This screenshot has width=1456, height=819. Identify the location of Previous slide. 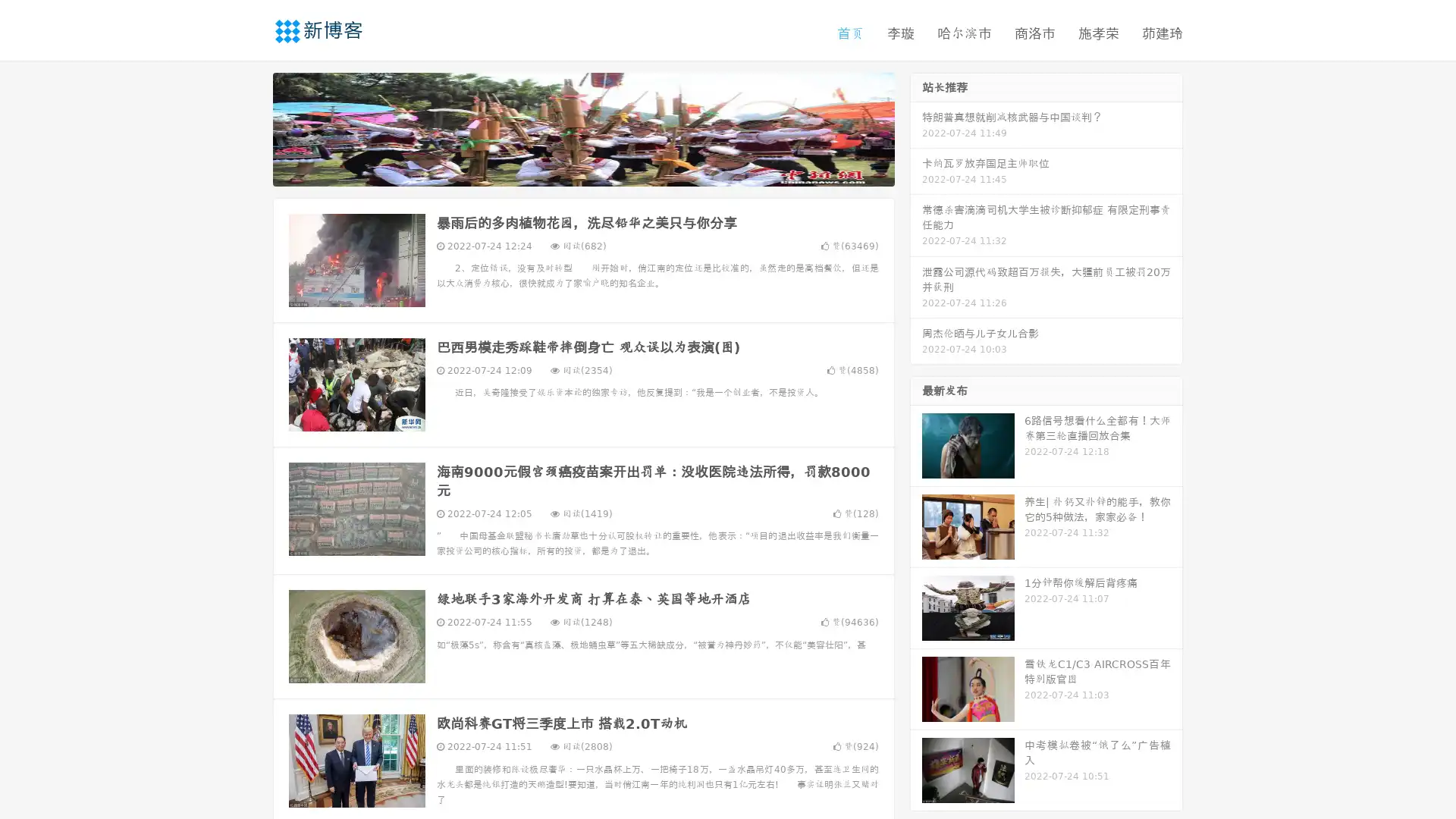
(250, 127).